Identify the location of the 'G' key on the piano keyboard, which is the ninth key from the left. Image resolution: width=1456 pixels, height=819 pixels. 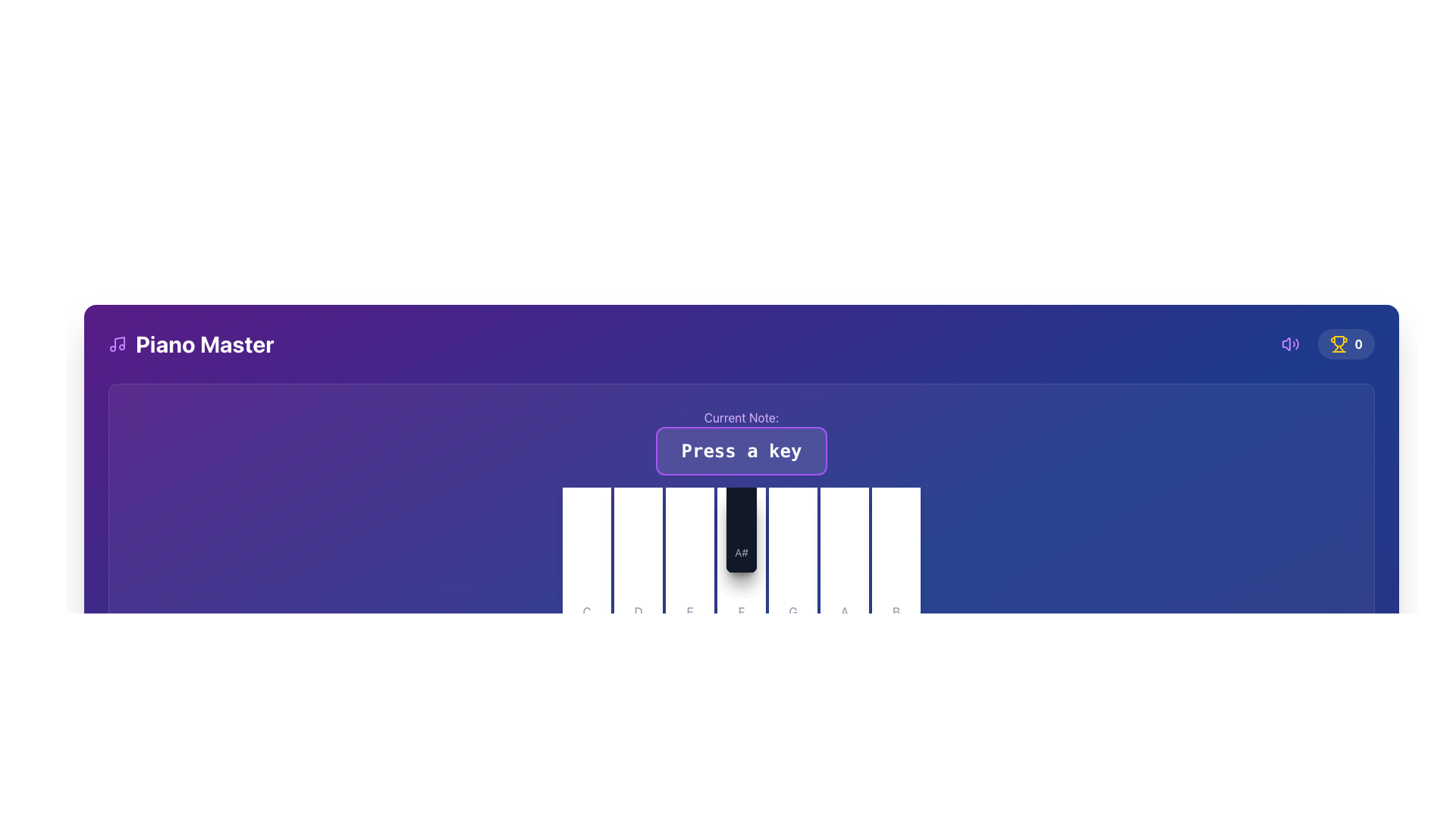
(792, 560).